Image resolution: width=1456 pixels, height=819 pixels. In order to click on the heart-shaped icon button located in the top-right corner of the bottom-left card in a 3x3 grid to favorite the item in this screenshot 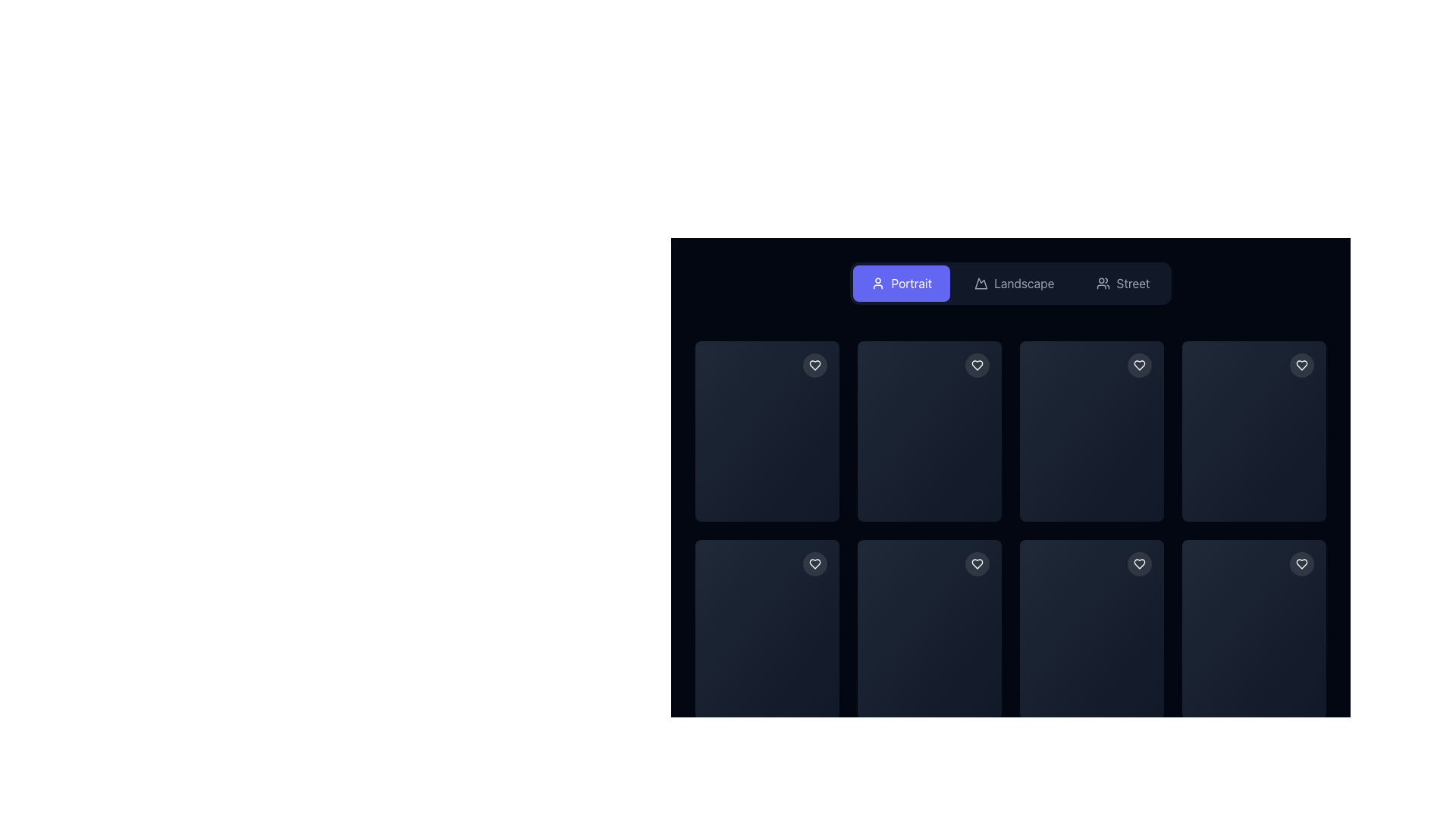, I will do `click(814, 563)`.